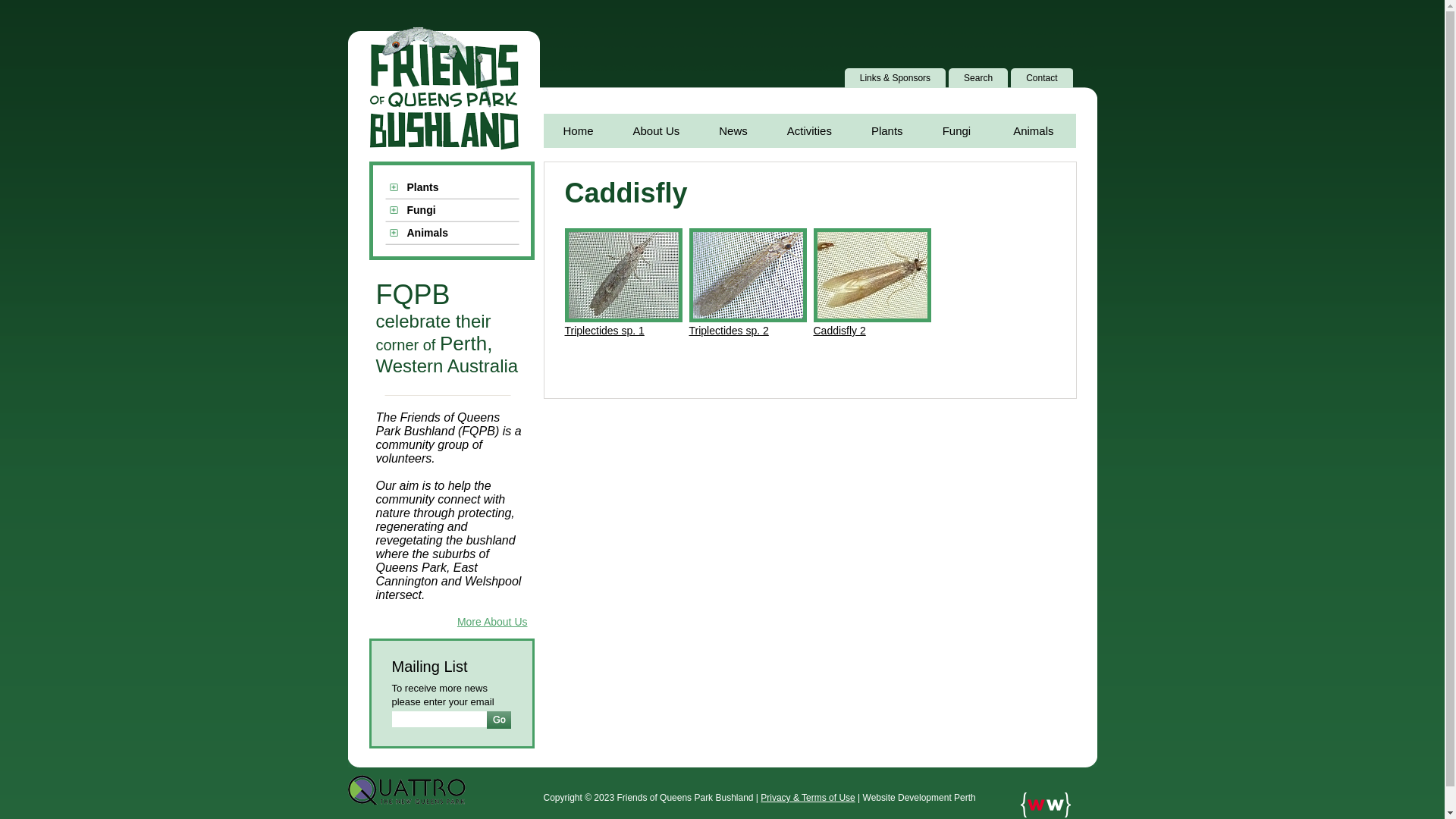  Describe the element at coordinates (733, 130) in the screenshot. I see `'News'` at that location.